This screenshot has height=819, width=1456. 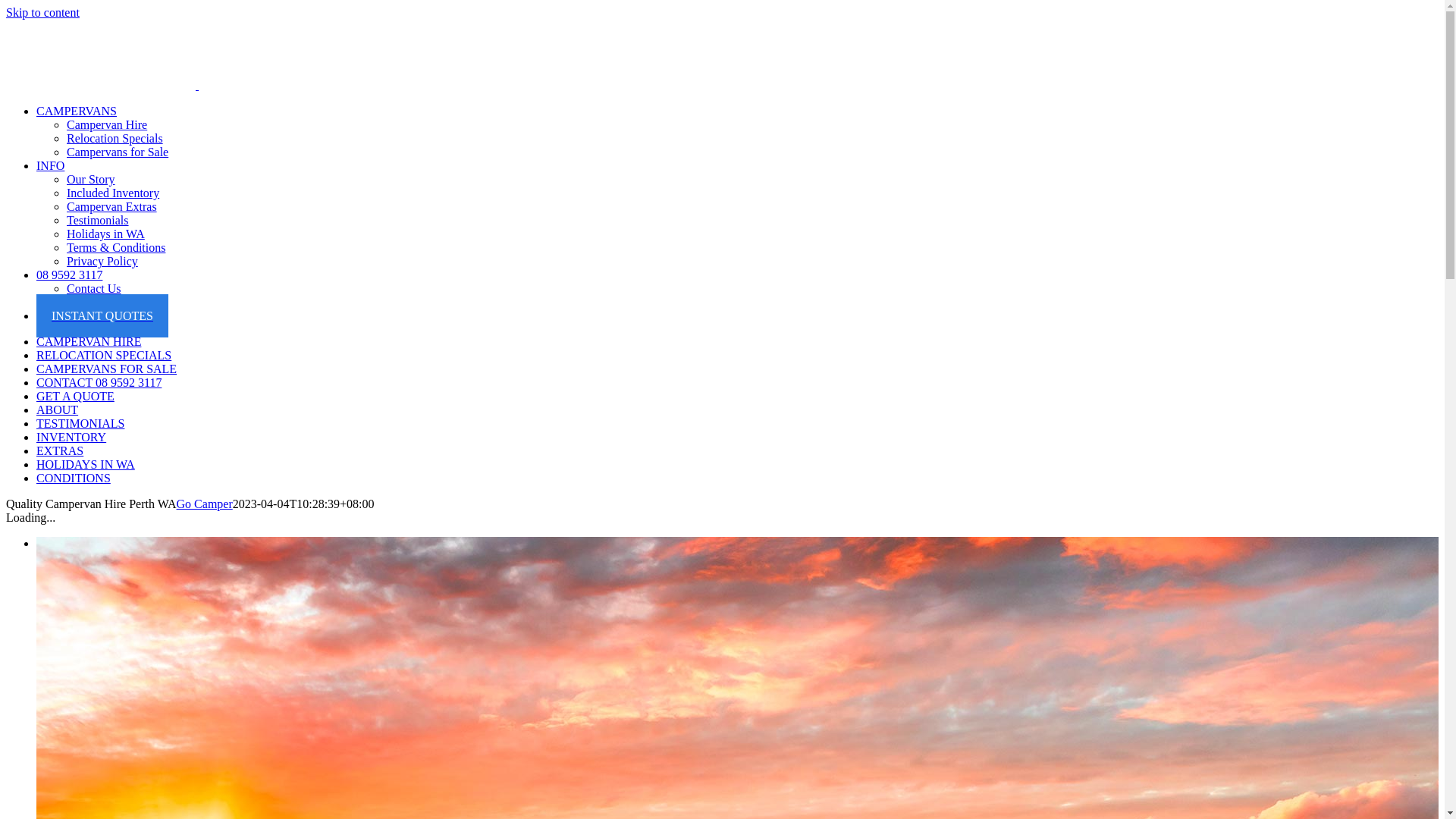 What do you see at coordinates (114, 138) in the screenshot?
I see `'Relocation Specials'` at bounding box center [114, 138].